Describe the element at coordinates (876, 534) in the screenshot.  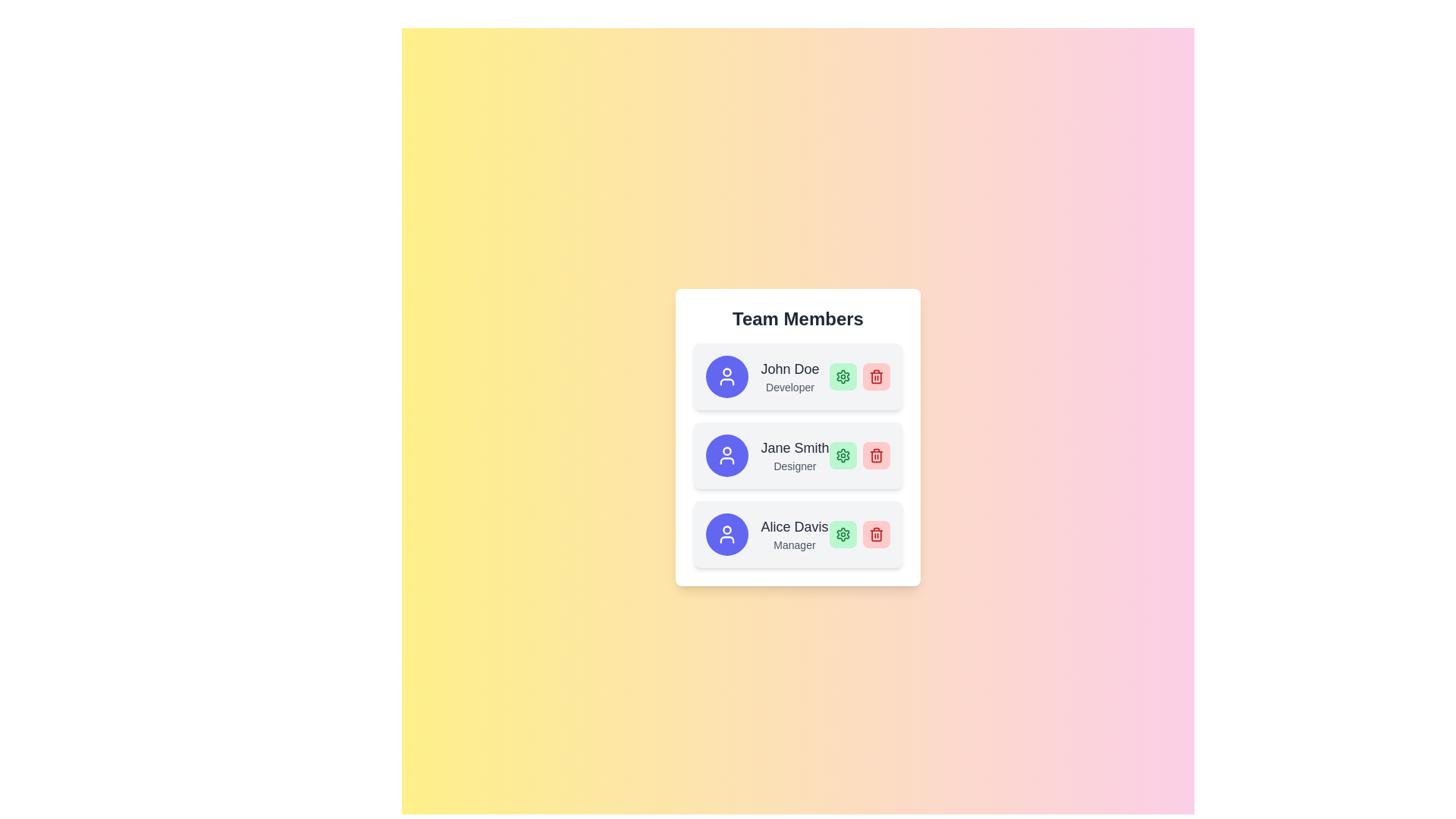
I see `the delete button with a trash bin icon located on the right side of the third row in the list of team members, adjacent to the green settings button` at that location.